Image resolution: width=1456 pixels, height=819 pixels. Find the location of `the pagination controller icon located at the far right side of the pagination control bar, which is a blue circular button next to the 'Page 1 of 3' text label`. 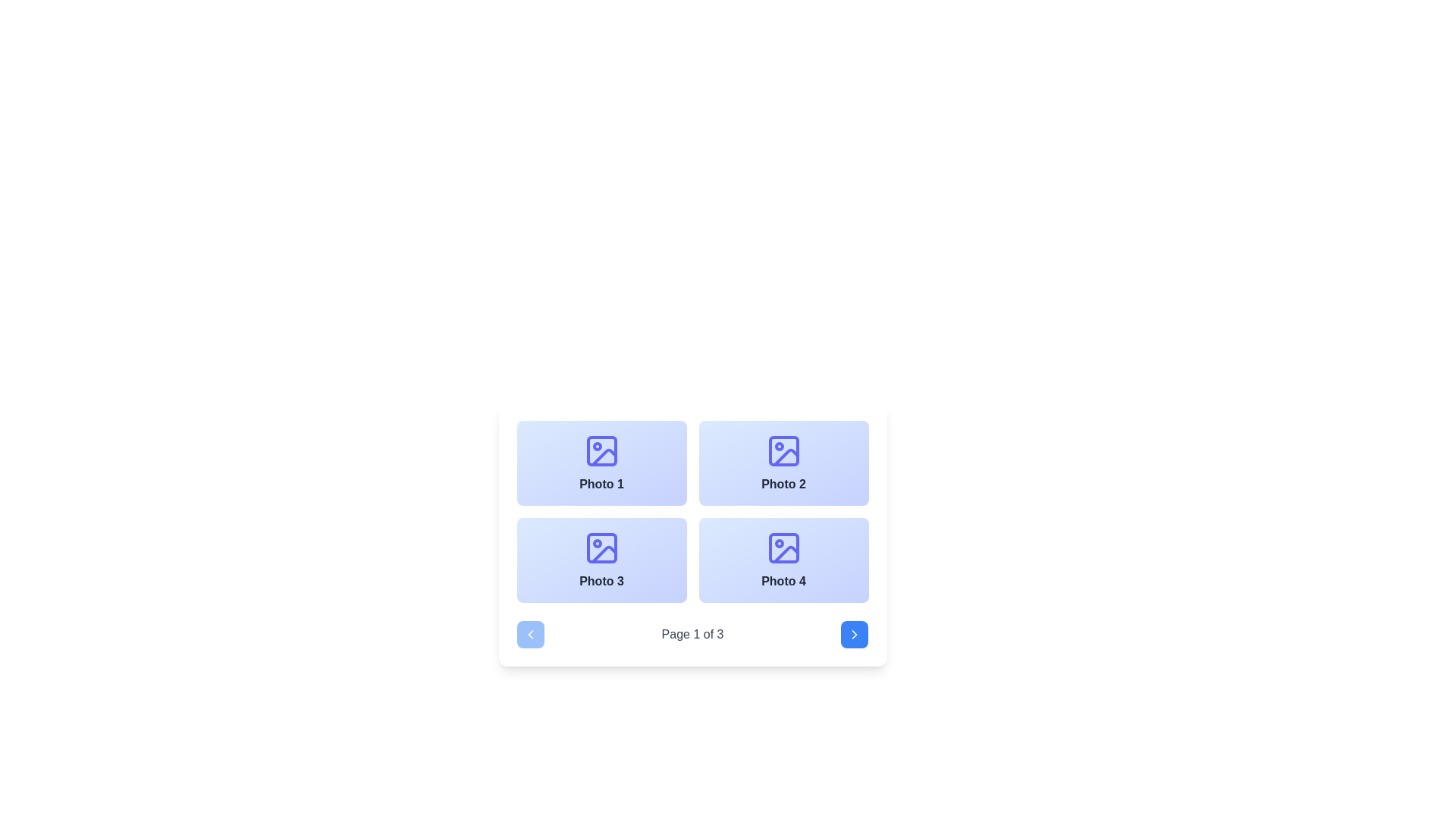

the pagination controller icon located at the far right side of the pagination control bar, which is a blue circular button next to the 'Page 1 of 3' text label is located at coordinates (855, 635).